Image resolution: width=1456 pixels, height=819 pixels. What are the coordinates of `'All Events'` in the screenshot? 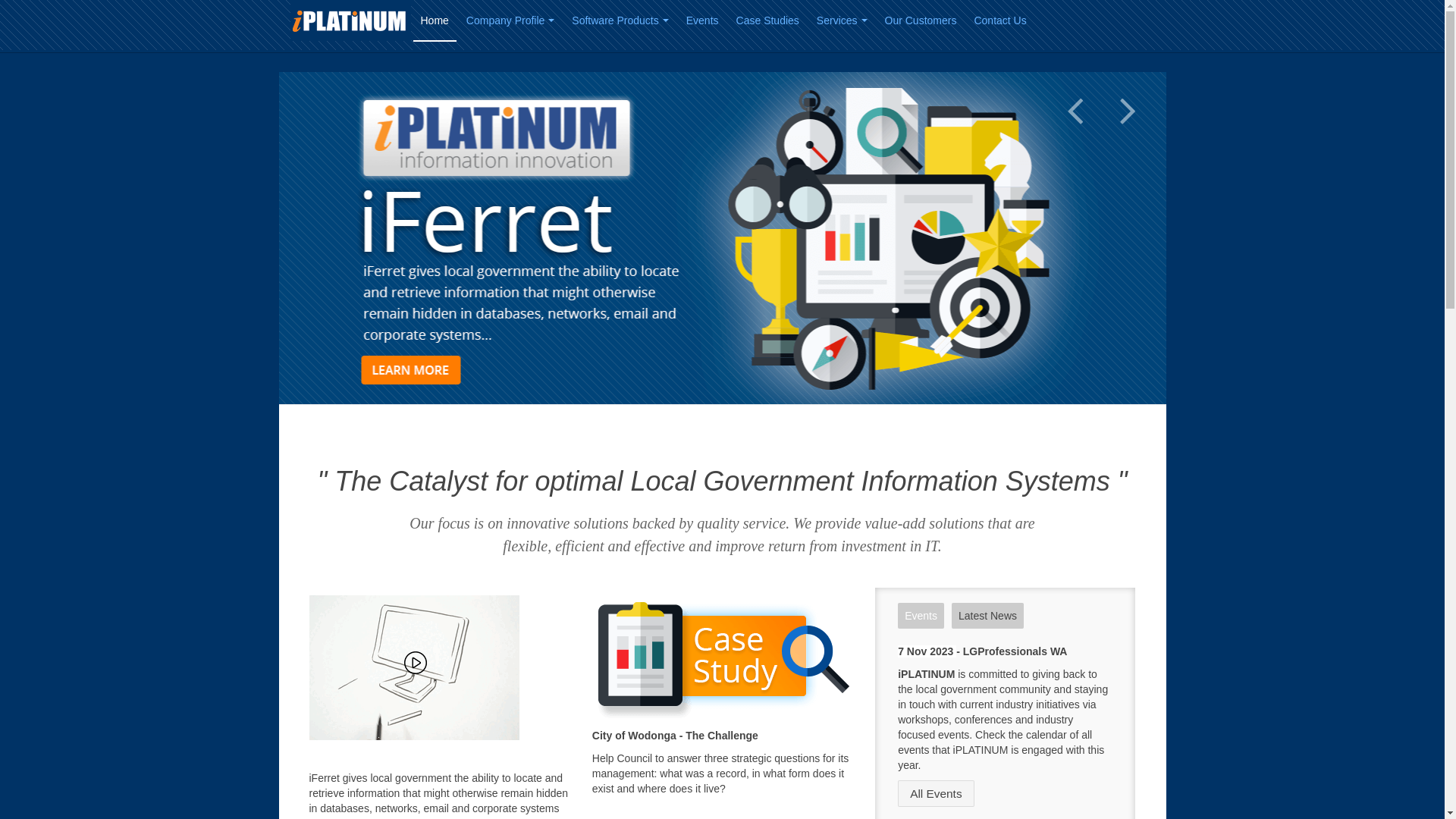 It's located at (934, 792).